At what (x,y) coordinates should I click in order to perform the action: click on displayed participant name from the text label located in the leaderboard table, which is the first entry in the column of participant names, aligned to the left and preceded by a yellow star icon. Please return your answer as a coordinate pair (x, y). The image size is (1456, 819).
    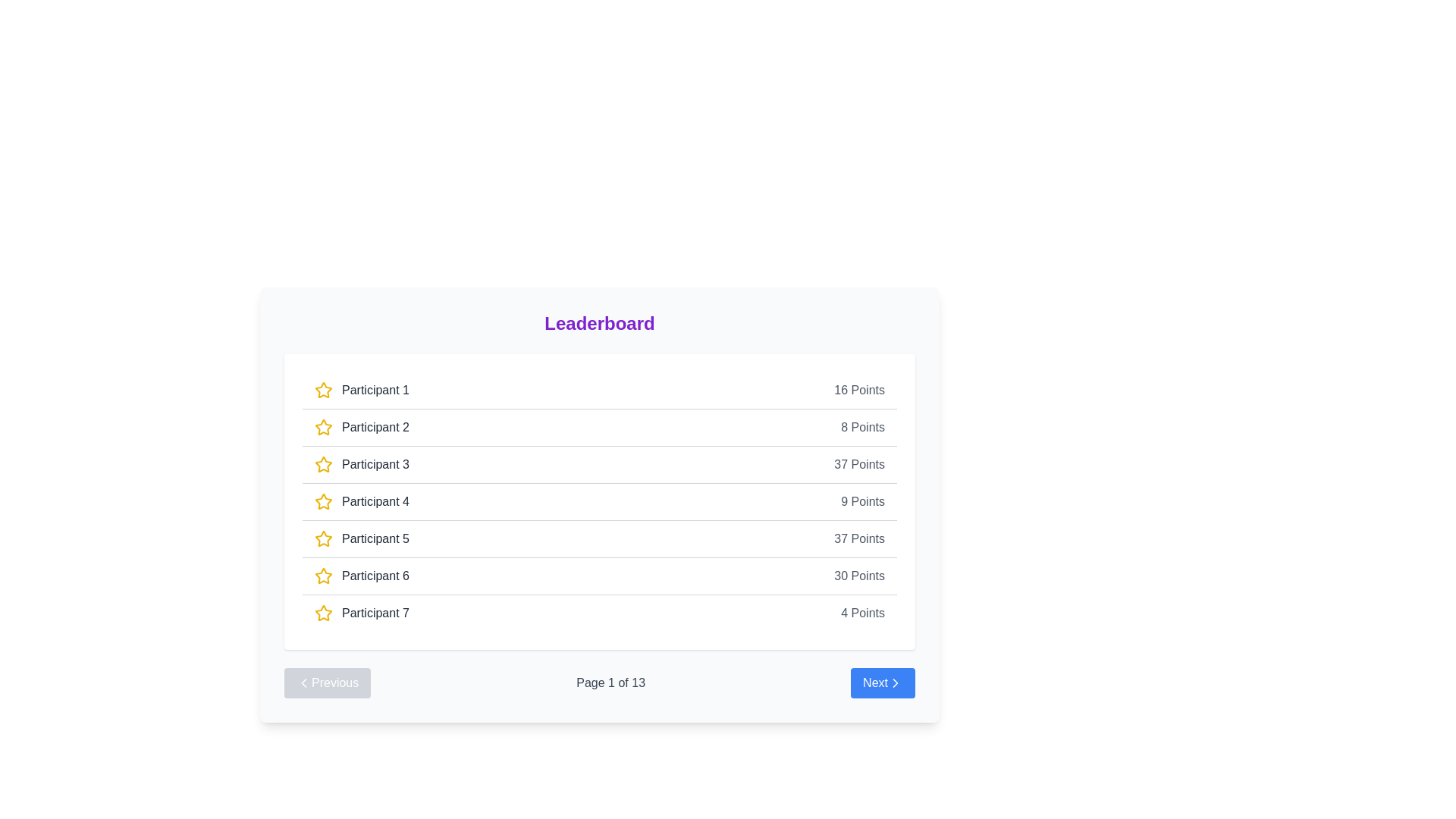
    Looking at the image, I should click on (375, 390).